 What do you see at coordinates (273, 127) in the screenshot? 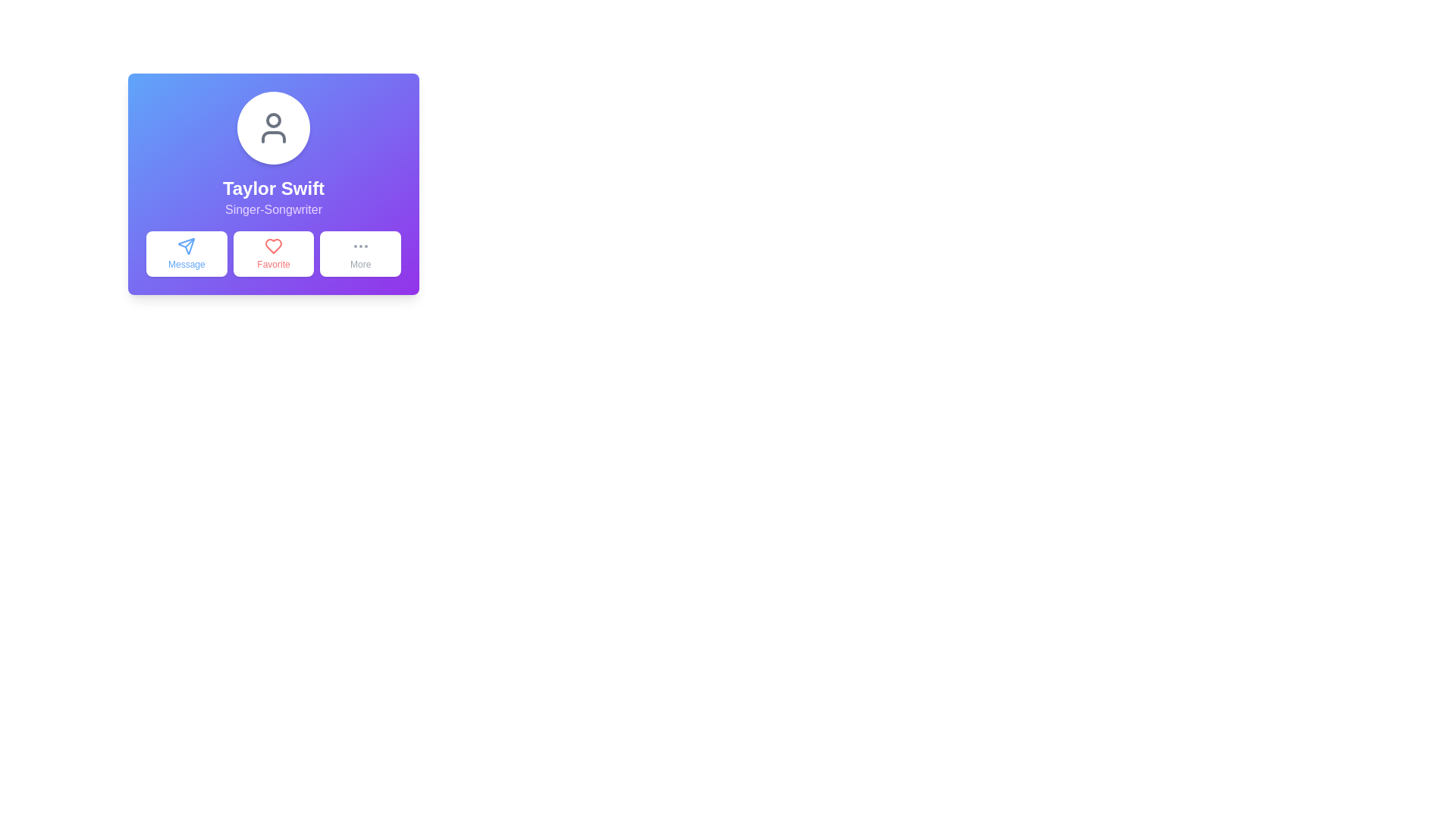
I see `the user profile icon, which is centrally positioned within a white circular background in the top half of the card layout` at bounding box center [273, 127].